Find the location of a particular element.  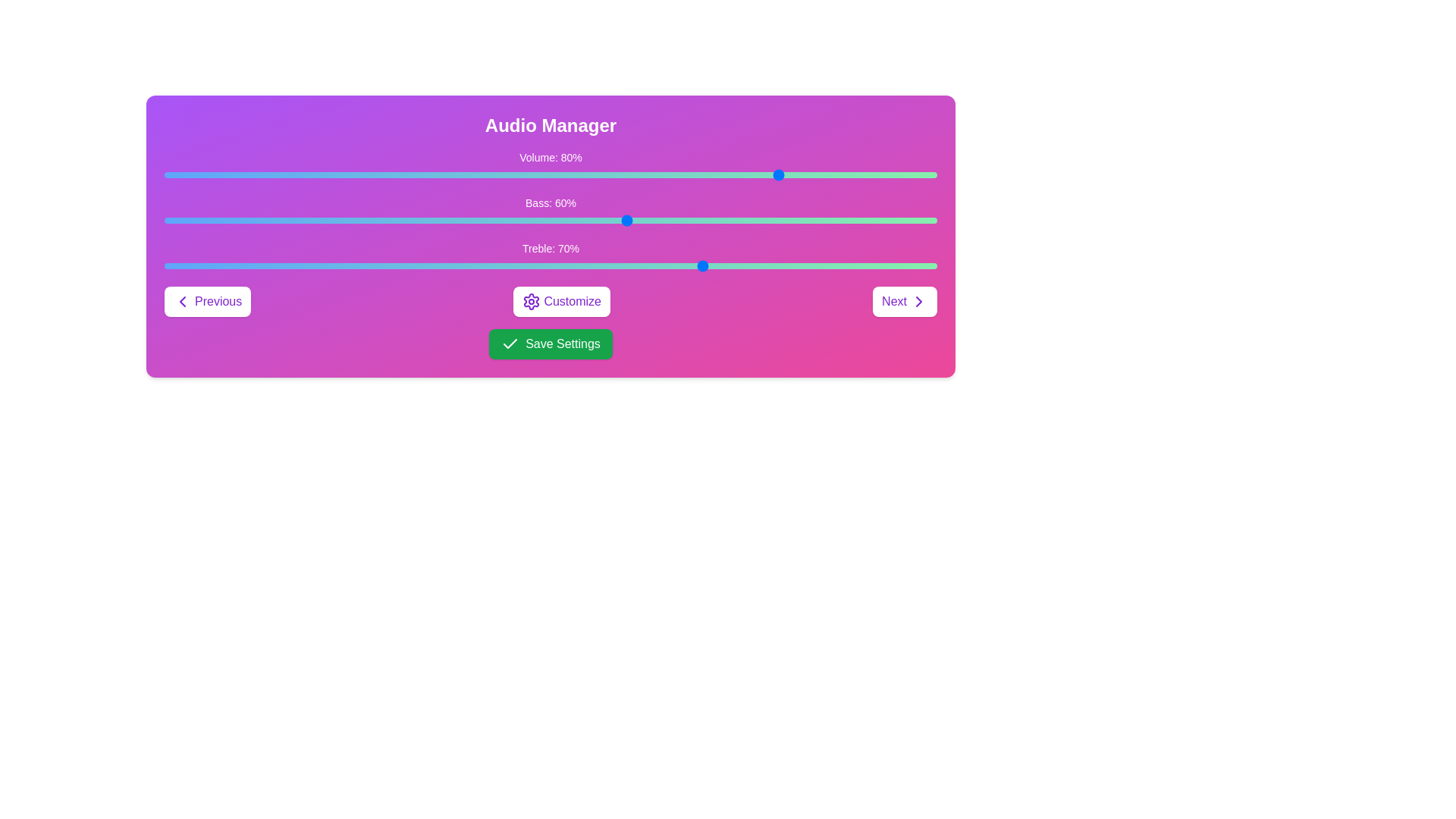

the Text Label displaying 'Bass: 60%' which is located in the middle of the control panel, aligned above a slider and between two other labels is located at coordinates (550, 202).